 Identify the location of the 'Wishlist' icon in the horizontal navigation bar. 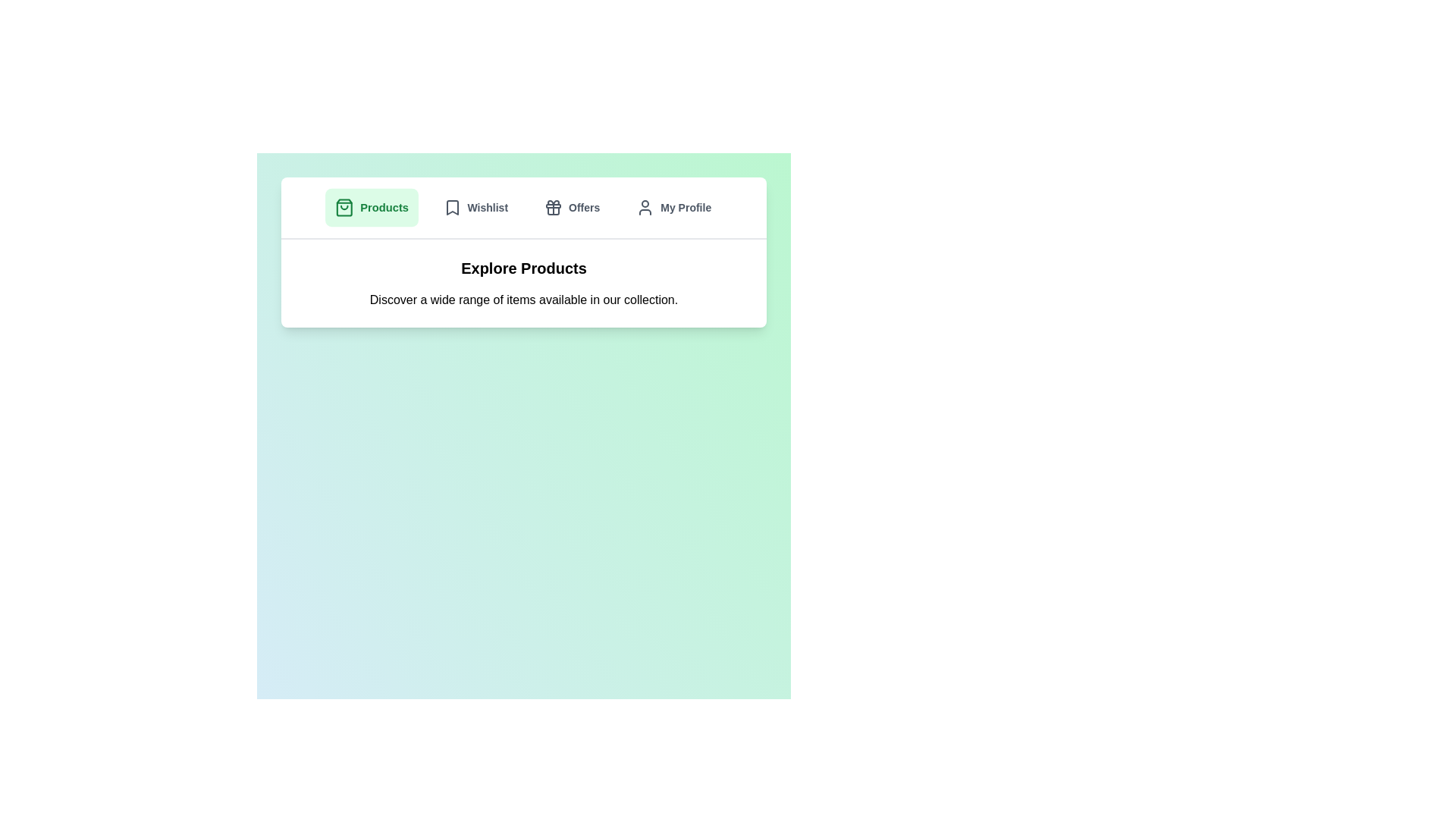
(451, 207).